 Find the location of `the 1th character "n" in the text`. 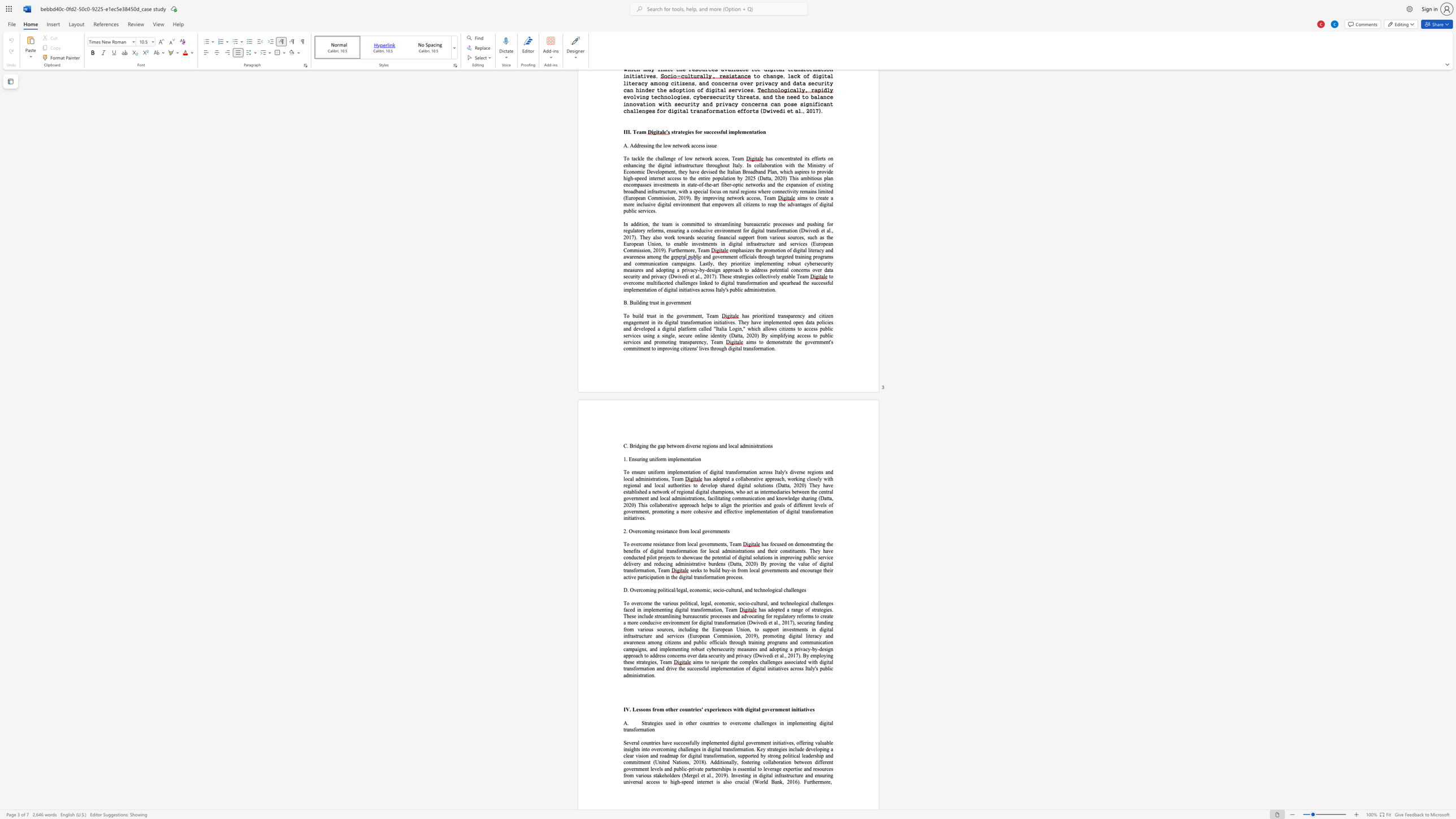

the 1th character "n" in the text is located at coordinates (651, 531).